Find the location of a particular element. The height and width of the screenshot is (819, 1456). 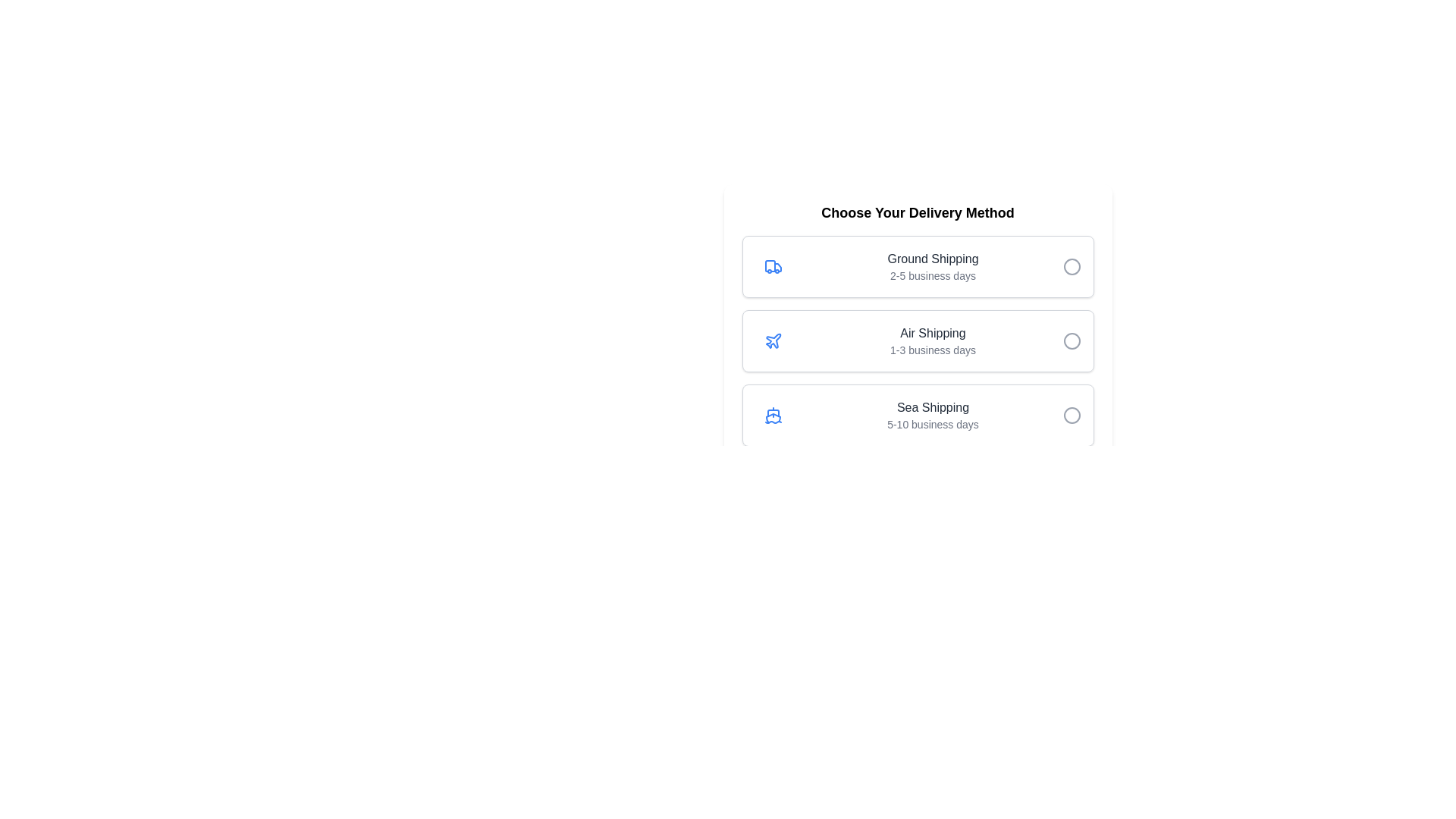

to select the 'Air Shipping' delivery option, which is the second selectable option in the list of shipping methods is located at coordinates (917, 341).